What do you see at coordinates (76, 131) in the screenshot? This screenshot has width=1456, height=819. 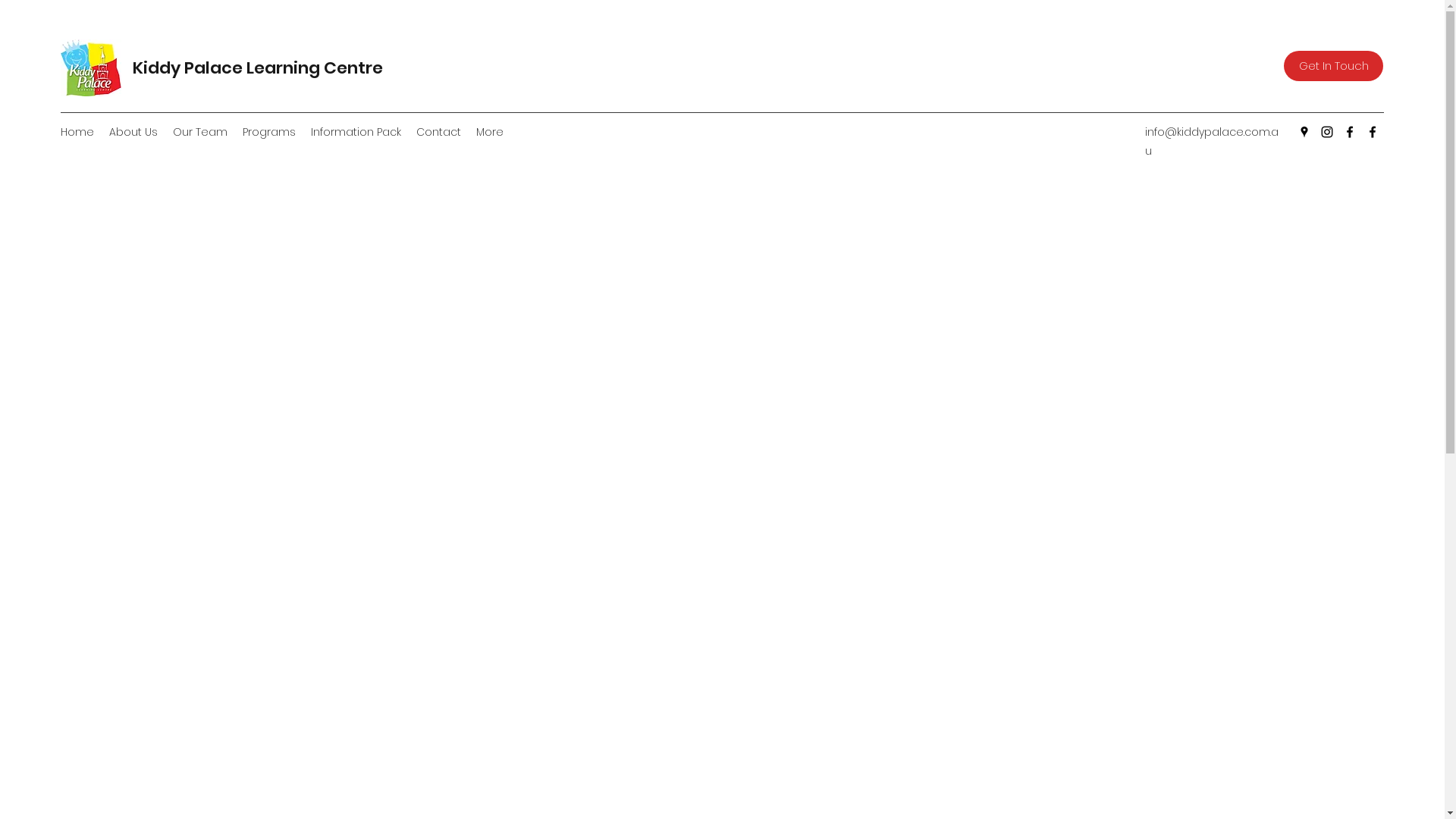 I see `'Home'` at bounding box center [76, 131].